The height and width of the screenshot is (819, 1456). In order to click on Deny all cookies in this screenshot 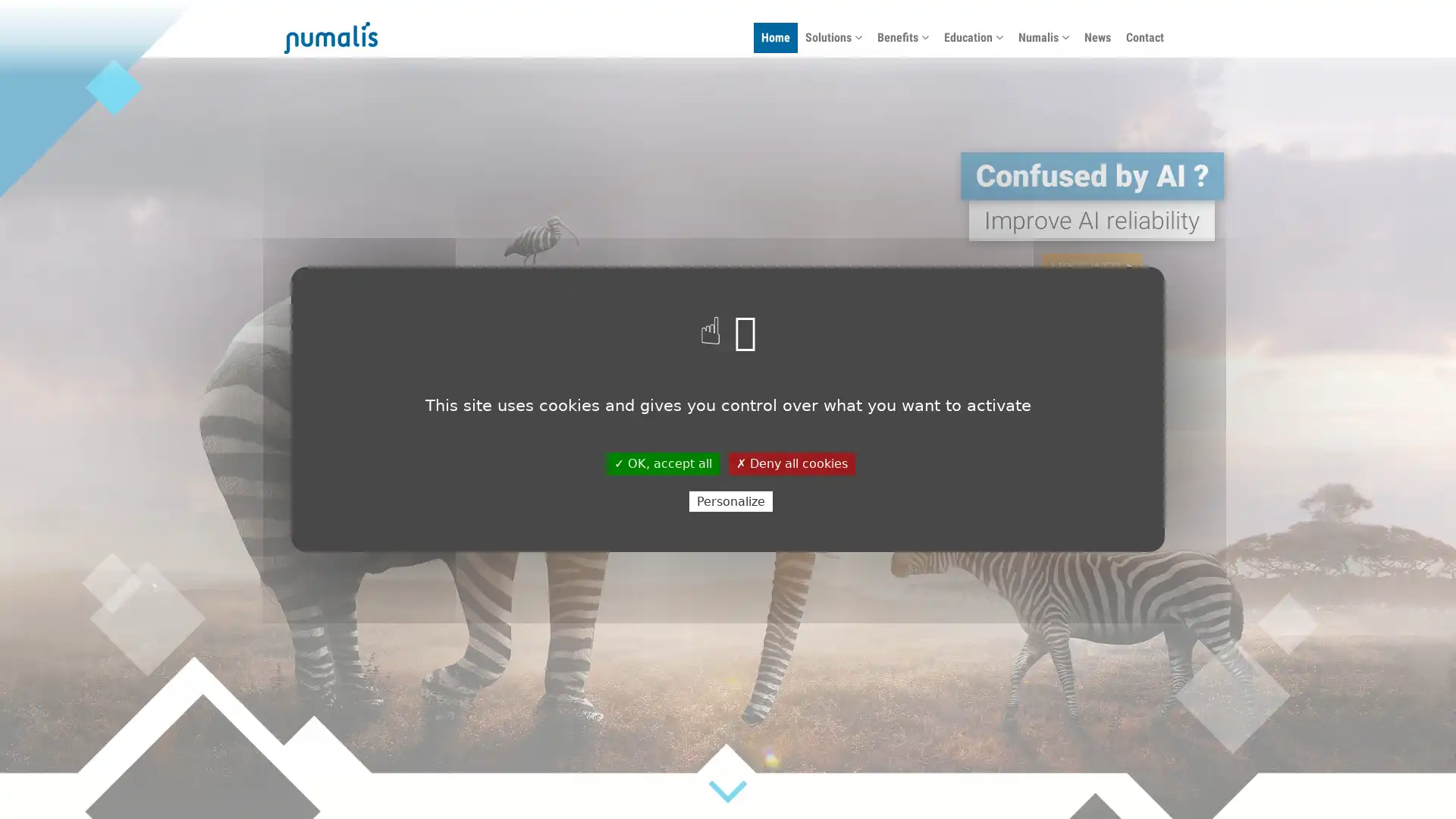, I will do `click(790, 463)`.